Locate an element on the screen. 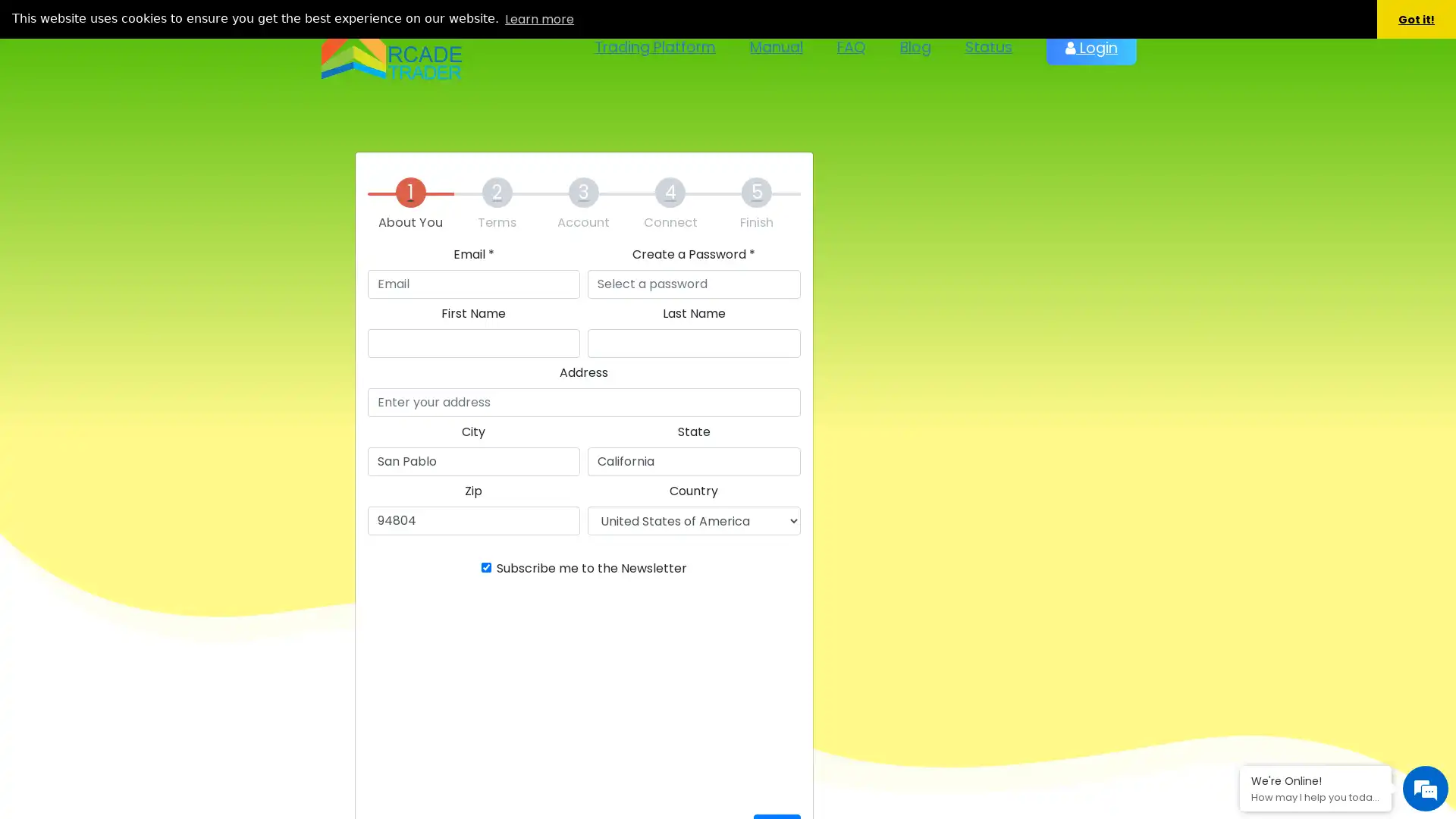 The height and width of the screenshot is (819, 1456). learn more about cookies is located at coordinates (539, 18).